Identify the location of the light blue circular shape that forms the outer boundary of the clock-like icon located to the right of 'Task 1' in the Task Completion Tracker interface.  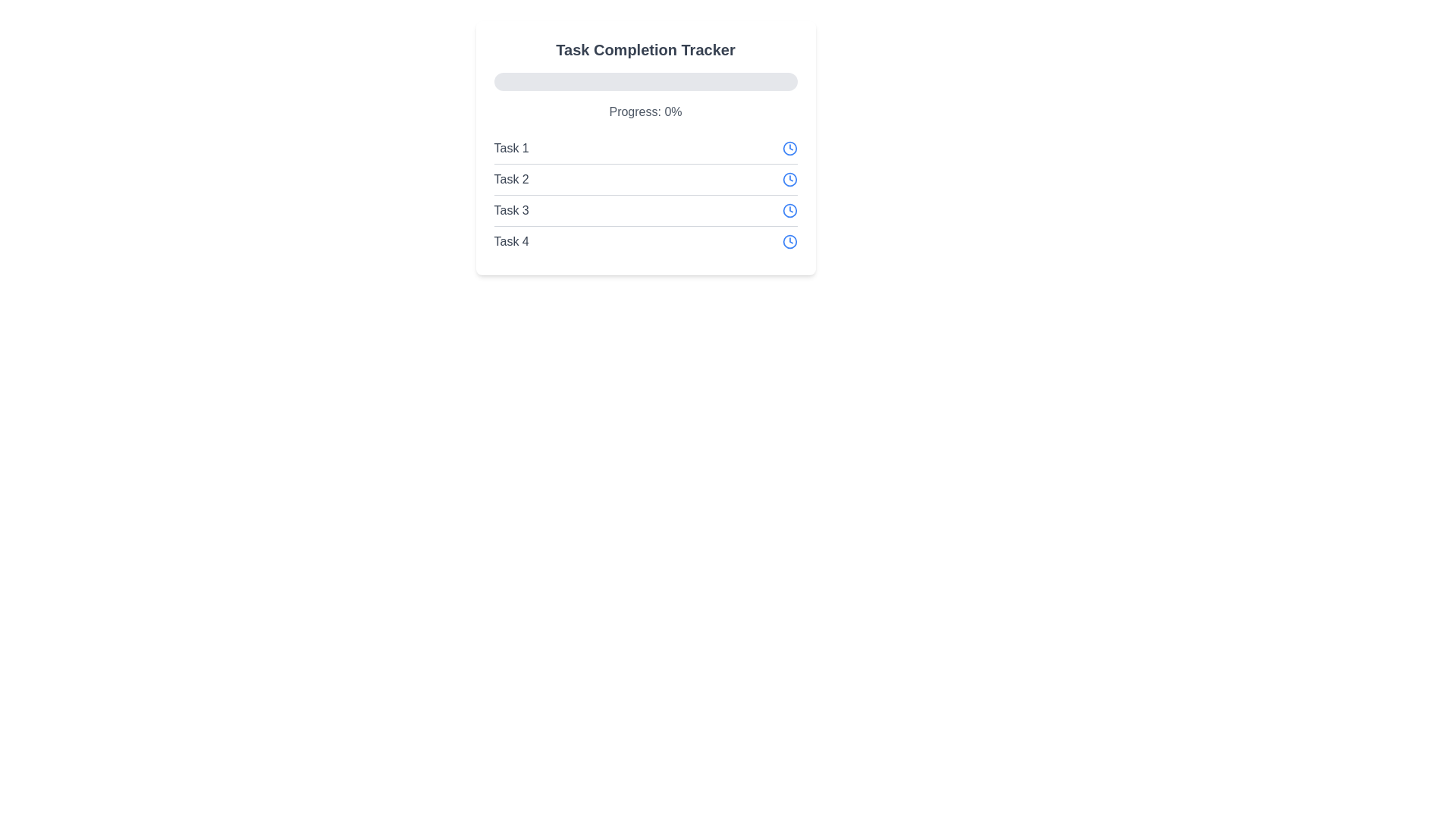
(789, 149).